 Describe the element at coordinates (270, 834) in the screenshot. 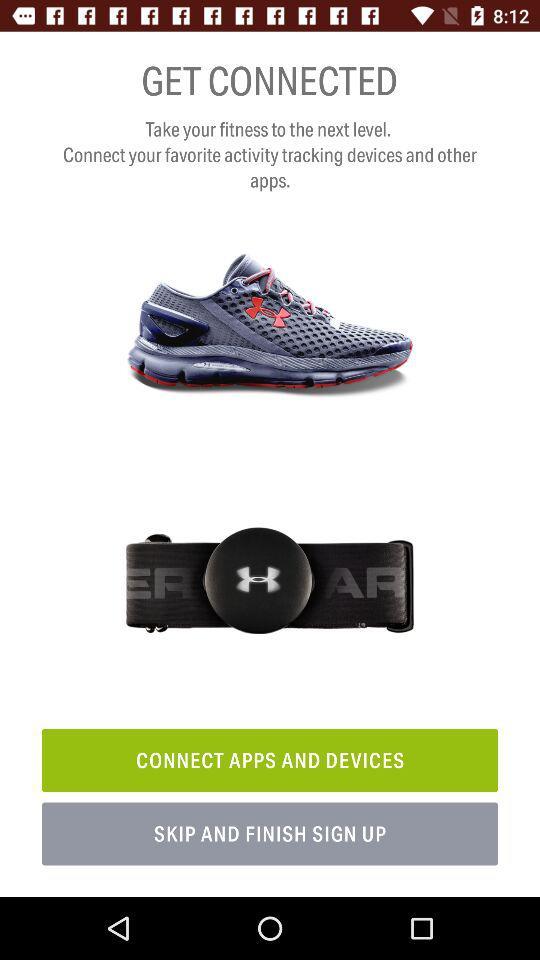

I see `the skip and finish` at that location.